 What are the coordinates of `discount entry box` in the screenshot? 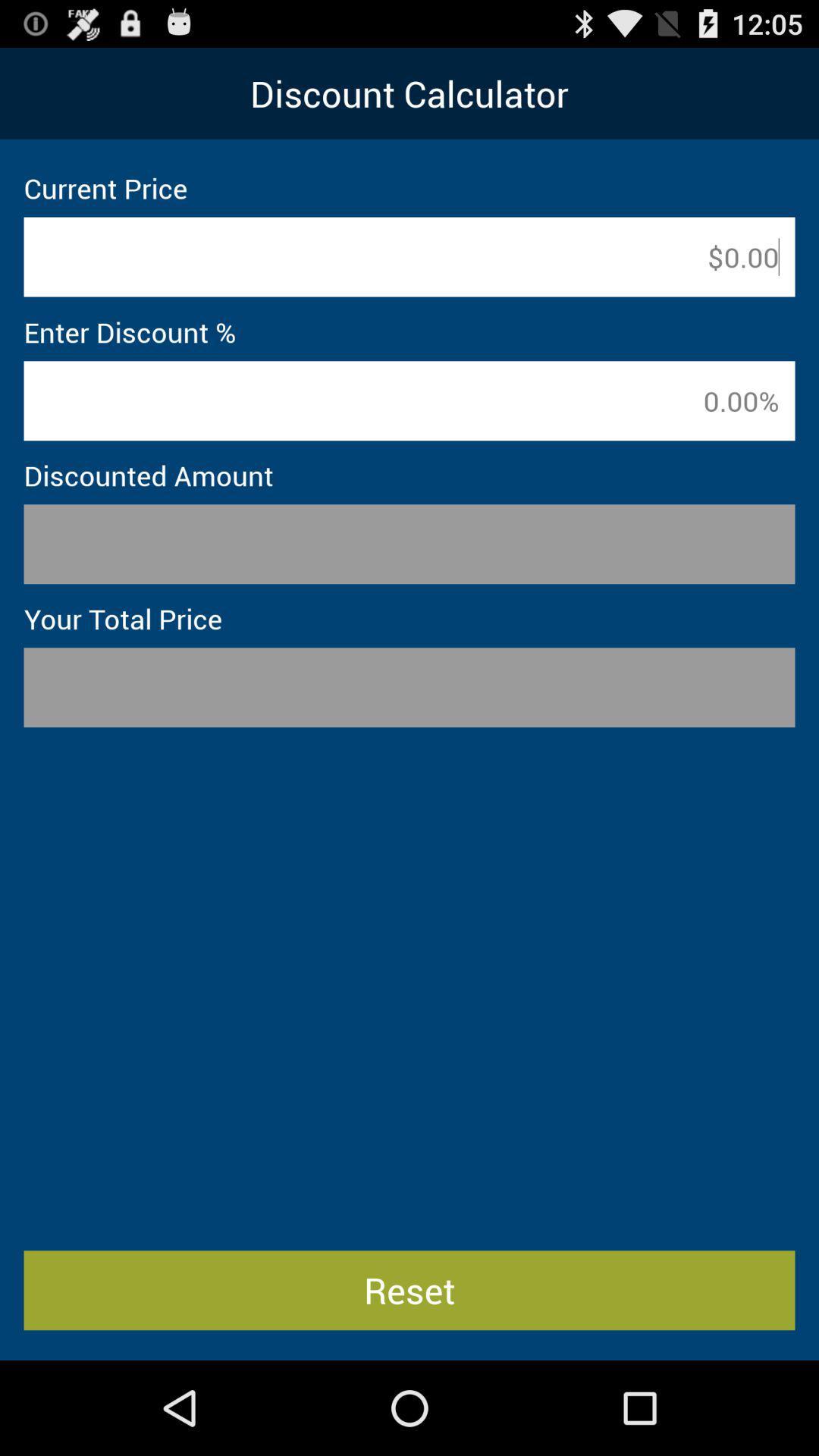 It's located at (409, 400).